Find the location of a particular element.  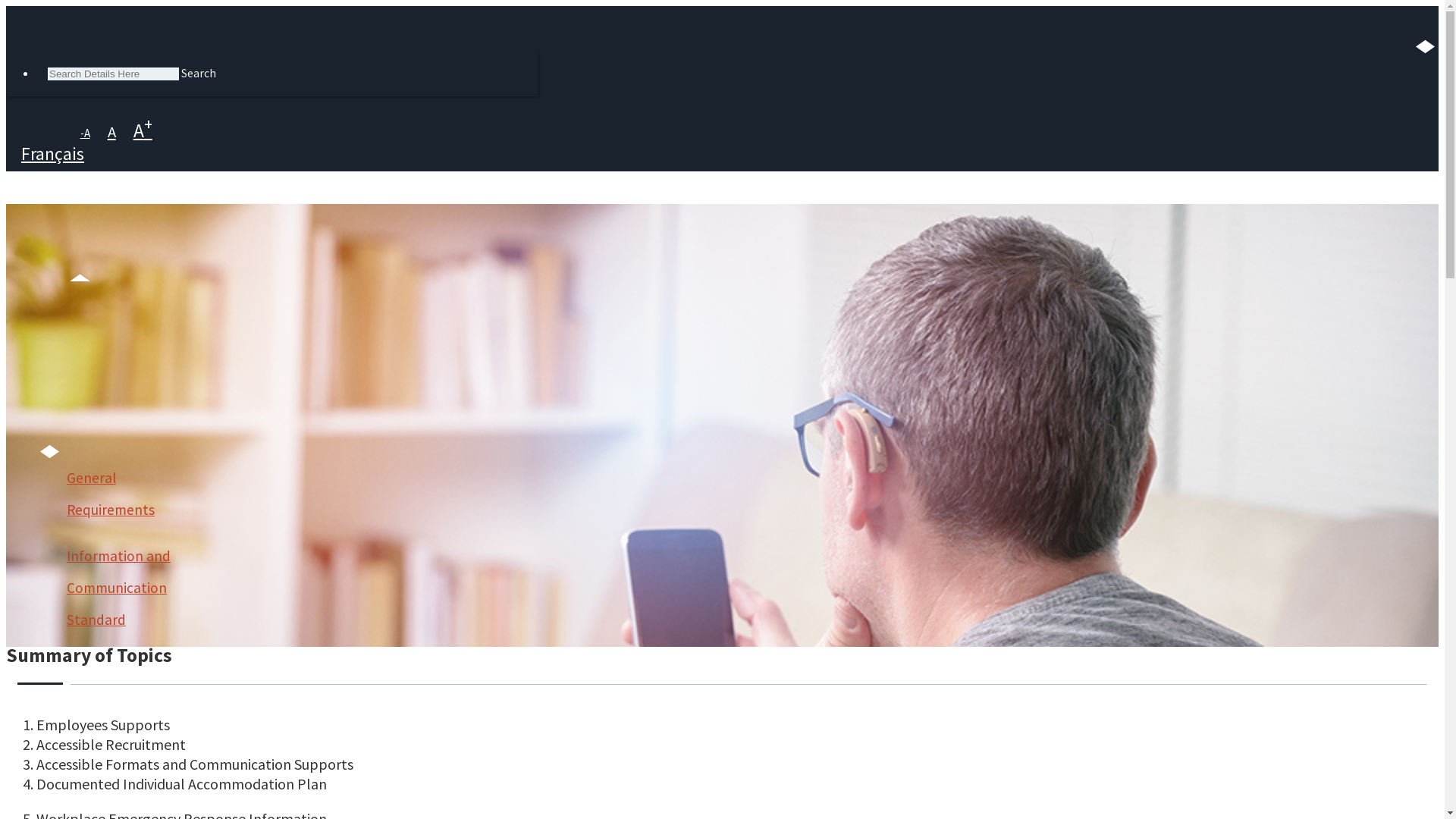

'Design of Public Spaces Standard' is located at coordinates (127, 760).